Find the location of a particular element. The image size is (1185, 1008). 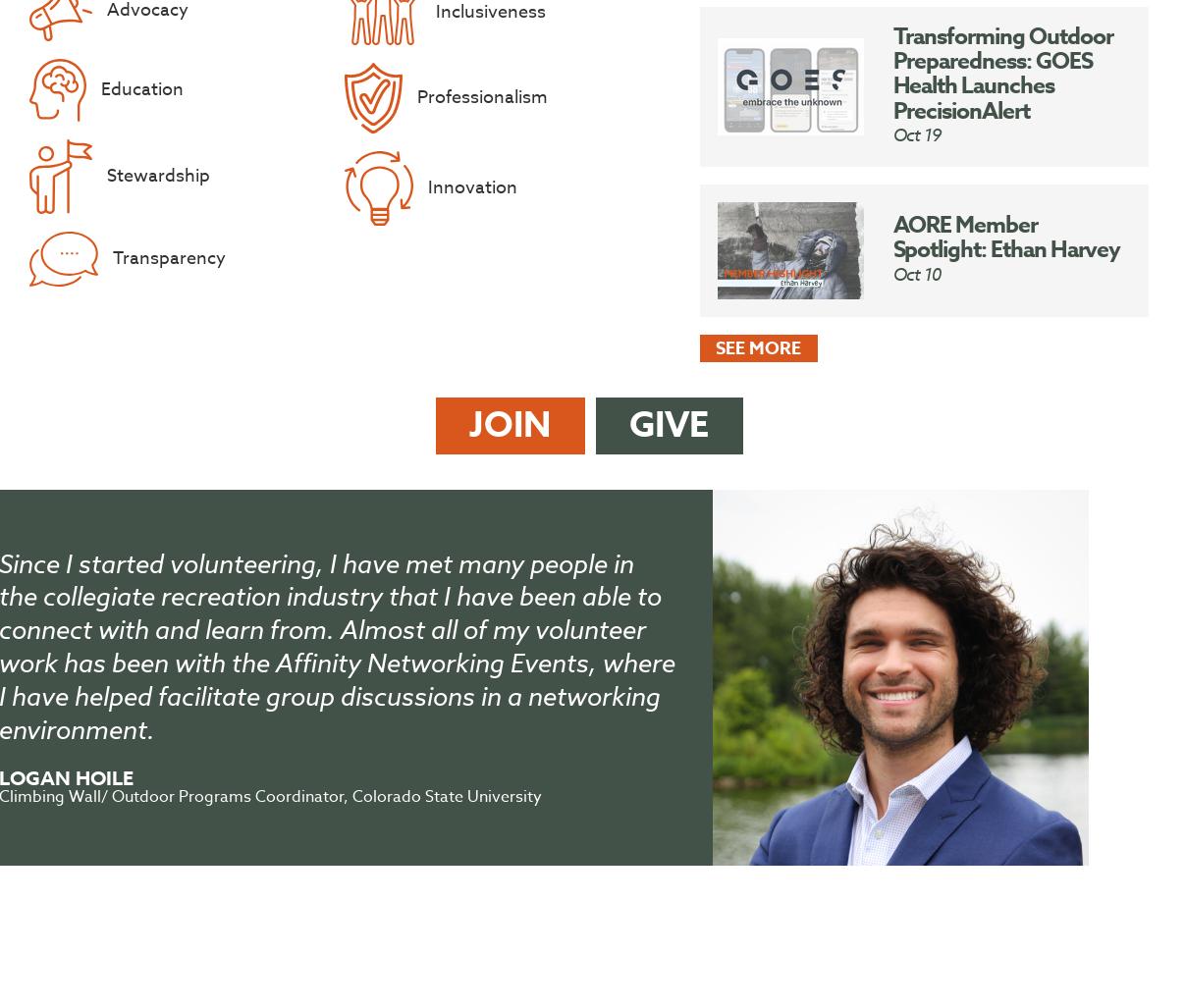

'Oct            19' is located at coordinates (915, 133).